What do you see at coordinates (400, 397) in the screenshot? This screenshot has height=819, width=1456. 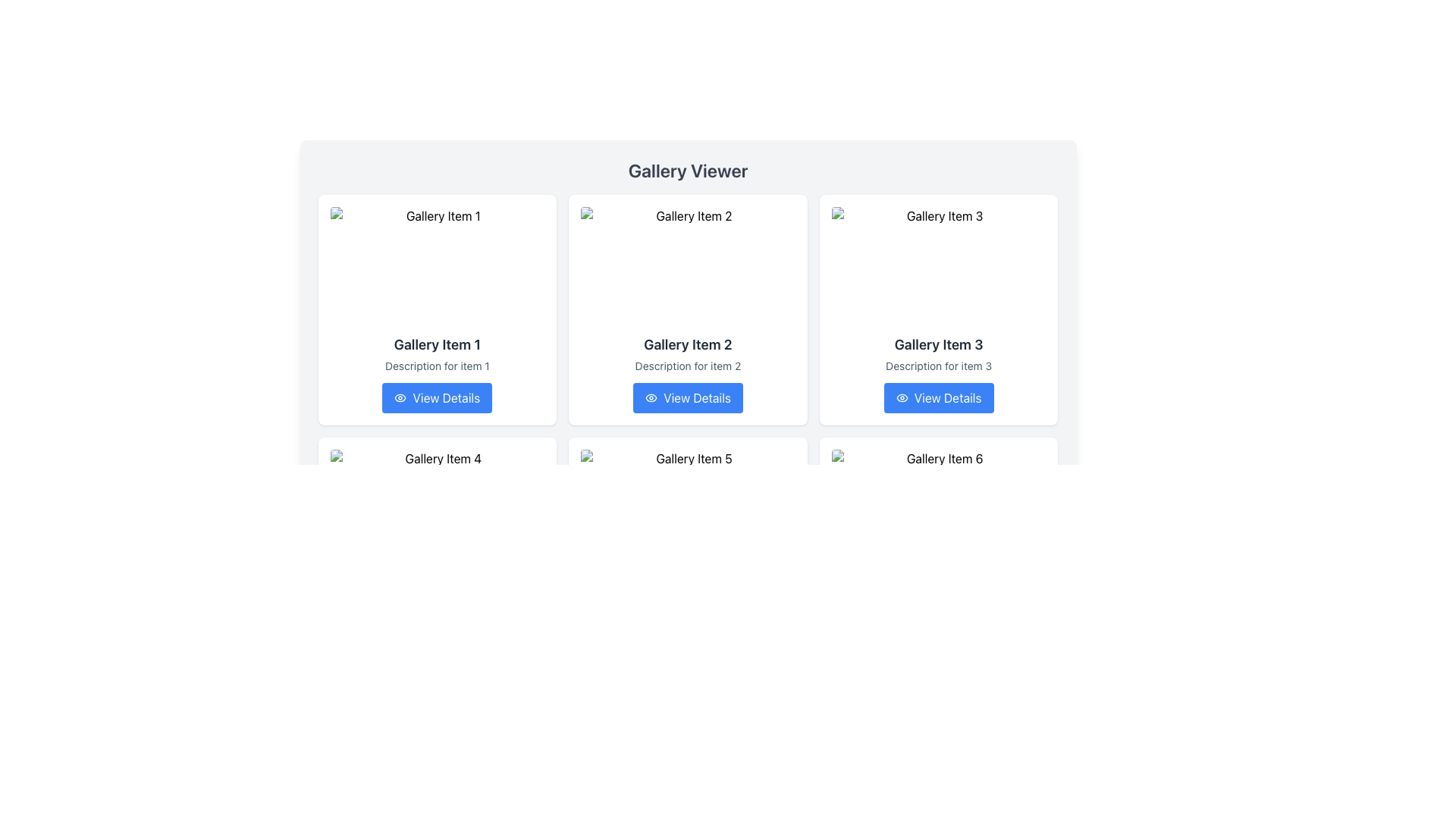 I see `the eye icon located on the leftmost portion of the 'View Details' button for Gallery Item 1` at bounding box center [400, 397].